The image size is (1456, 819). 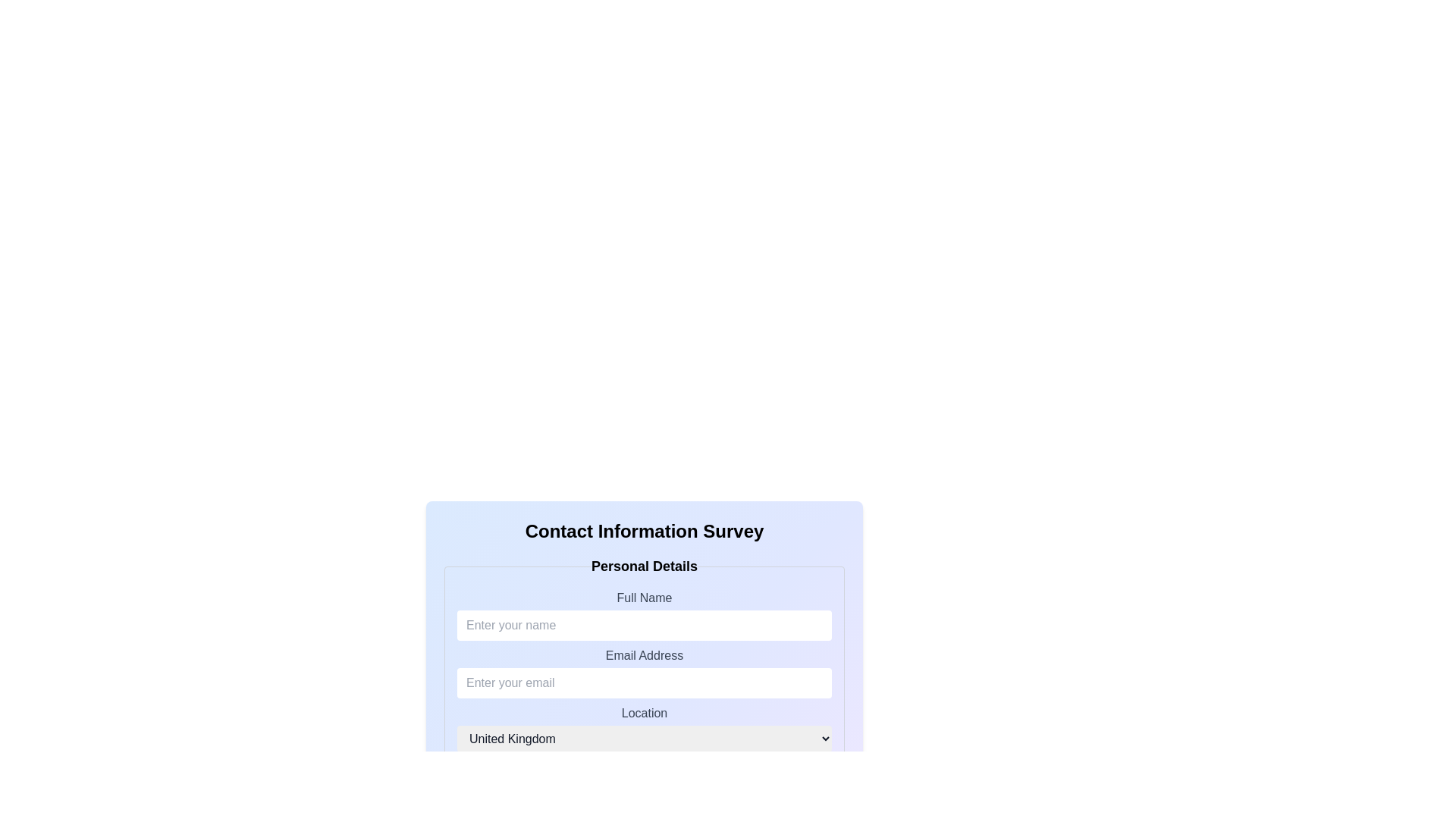 What do you see at coordinates (644, 597) in the screenshot?
I see `the label text that guides the user to enter their full name, which is positioned above the 'Enter your name' input field` at bounding box center [644, 597].